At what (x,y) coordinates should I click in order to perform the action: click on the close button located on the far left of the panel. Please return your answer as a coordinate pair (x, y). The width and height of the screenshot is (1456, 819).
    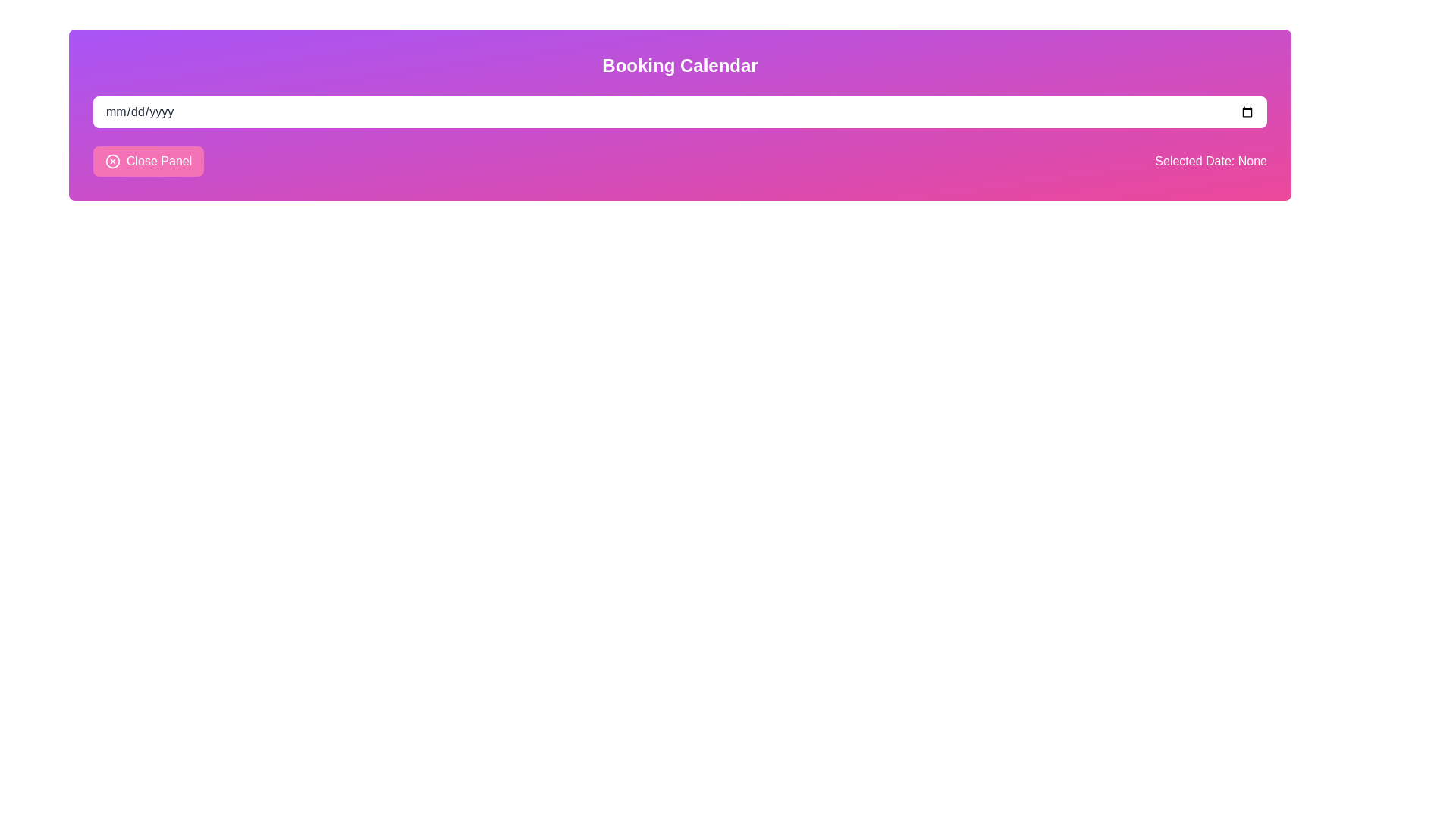
    Looking at the image, I should click on (149, 161).